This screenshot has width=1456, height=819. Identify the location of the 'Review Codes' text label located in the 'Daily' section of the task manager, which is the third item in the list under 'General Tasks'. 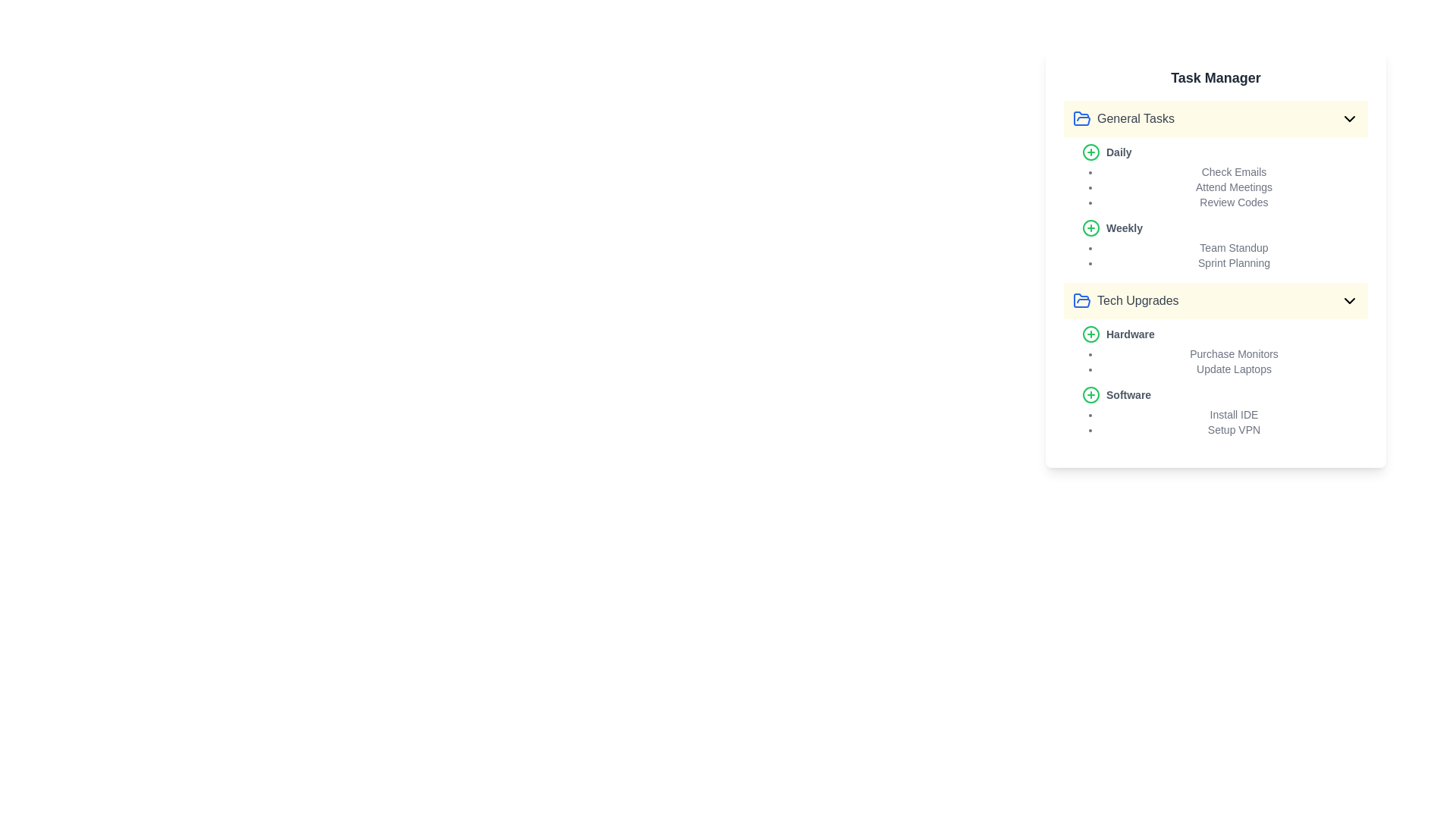
(1234, 201).